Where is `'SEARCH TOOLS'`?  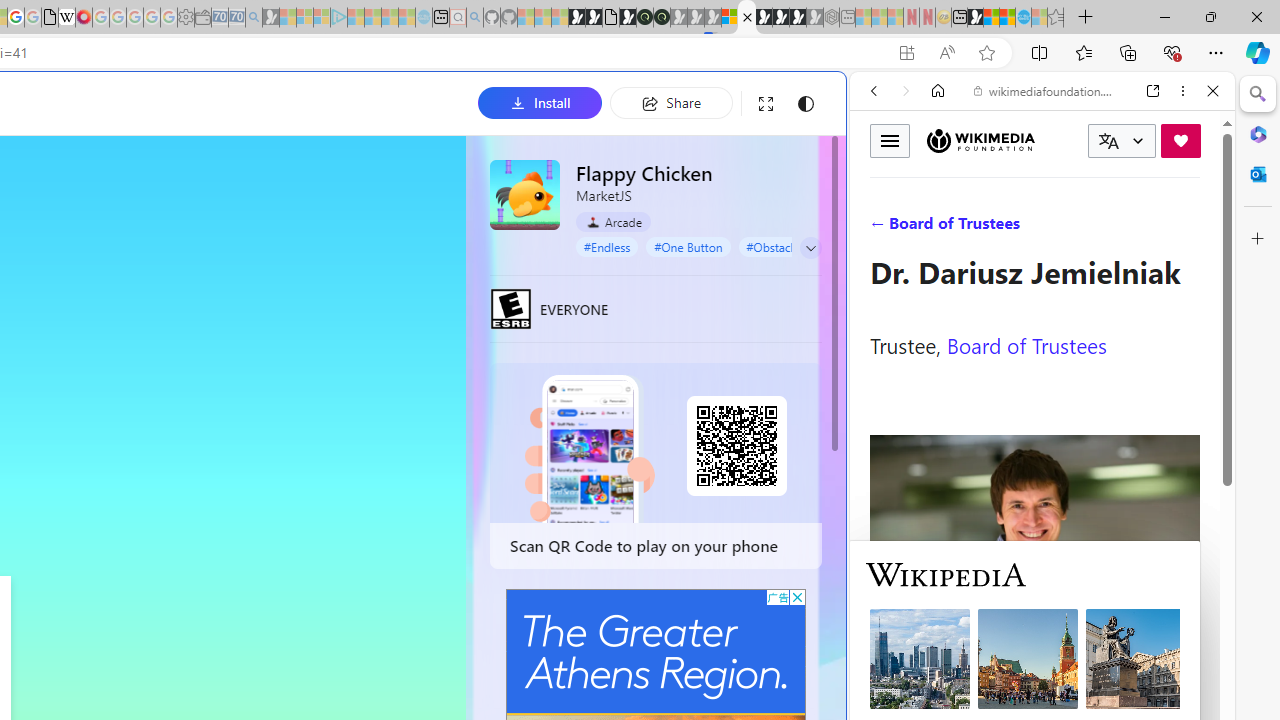 'SEARCH TOOLS' is located at coordinates (1092, 227).